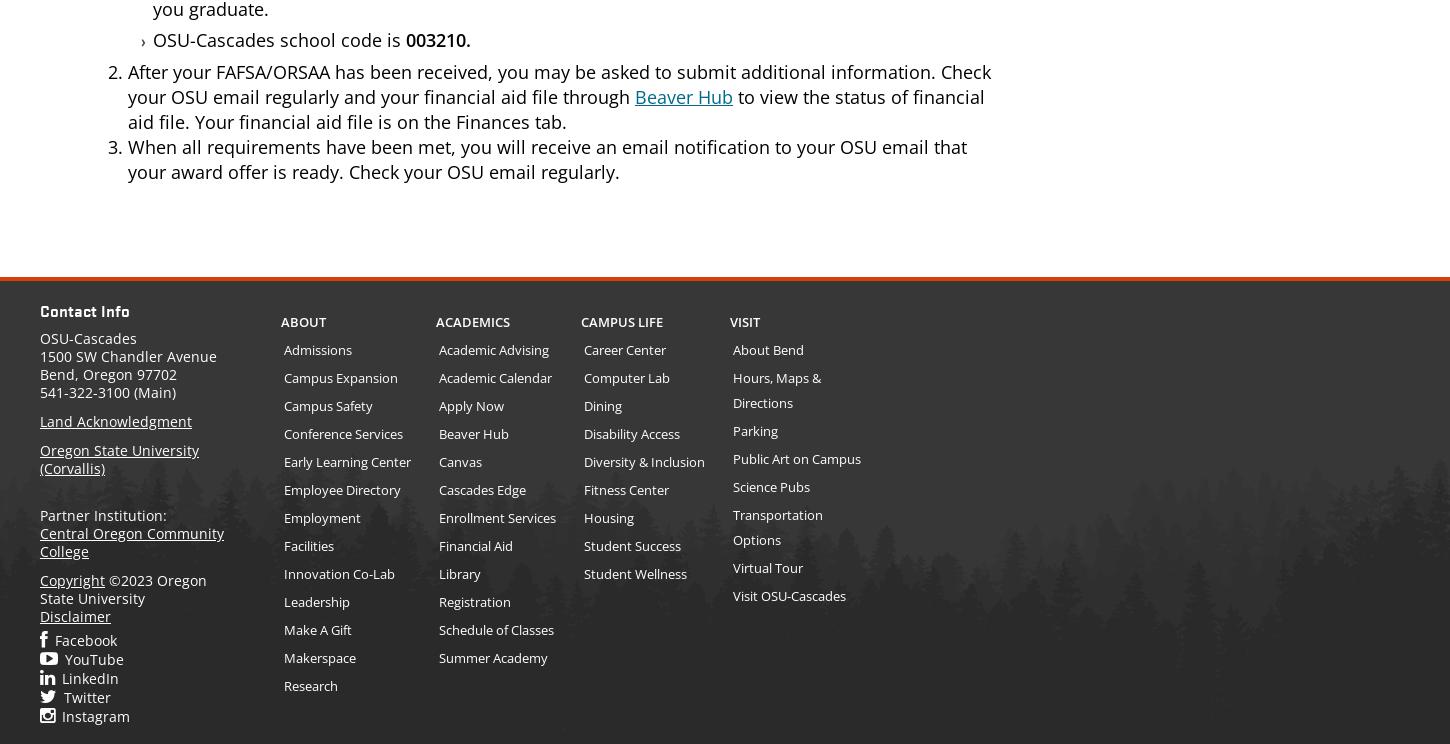  Describe the element at coordinates (547, 158) in the screenshot. I see `'When all requirements have been met, you will receive an email notification to your OSU email that your award offer is ready. Check your OSU email regularly.'` at that location.